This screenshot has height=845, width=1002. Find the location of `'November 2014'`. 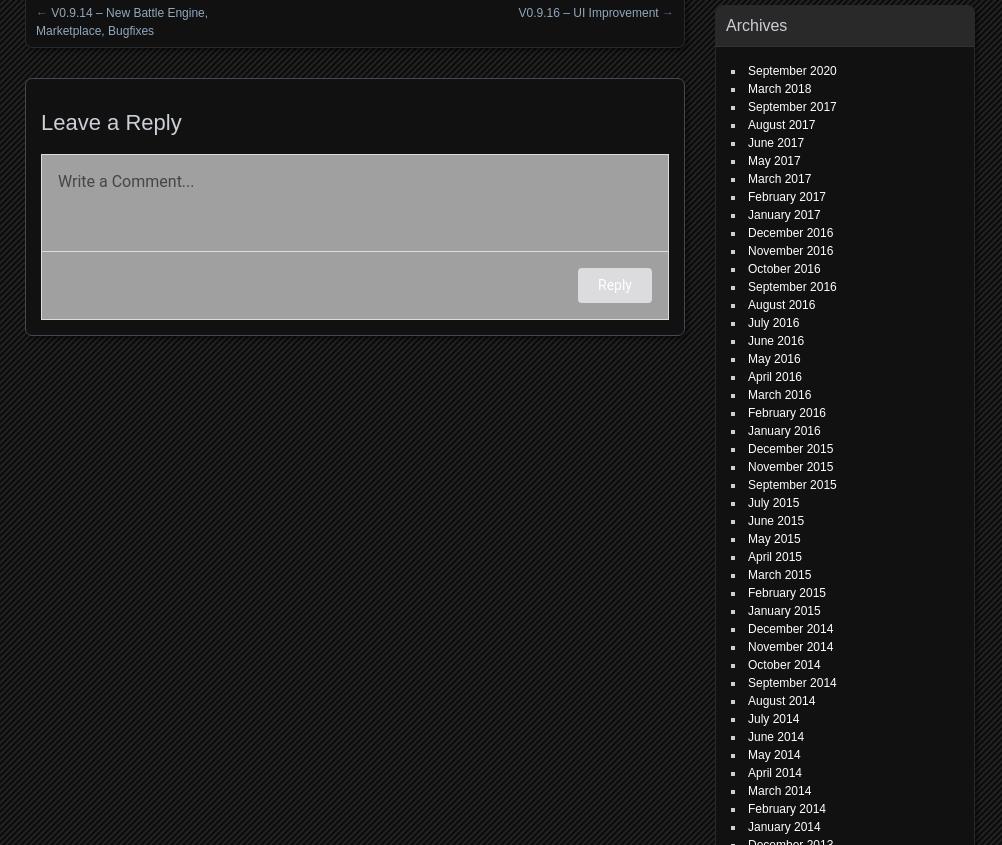

'November 2014' is located at coordinates (789, 647).